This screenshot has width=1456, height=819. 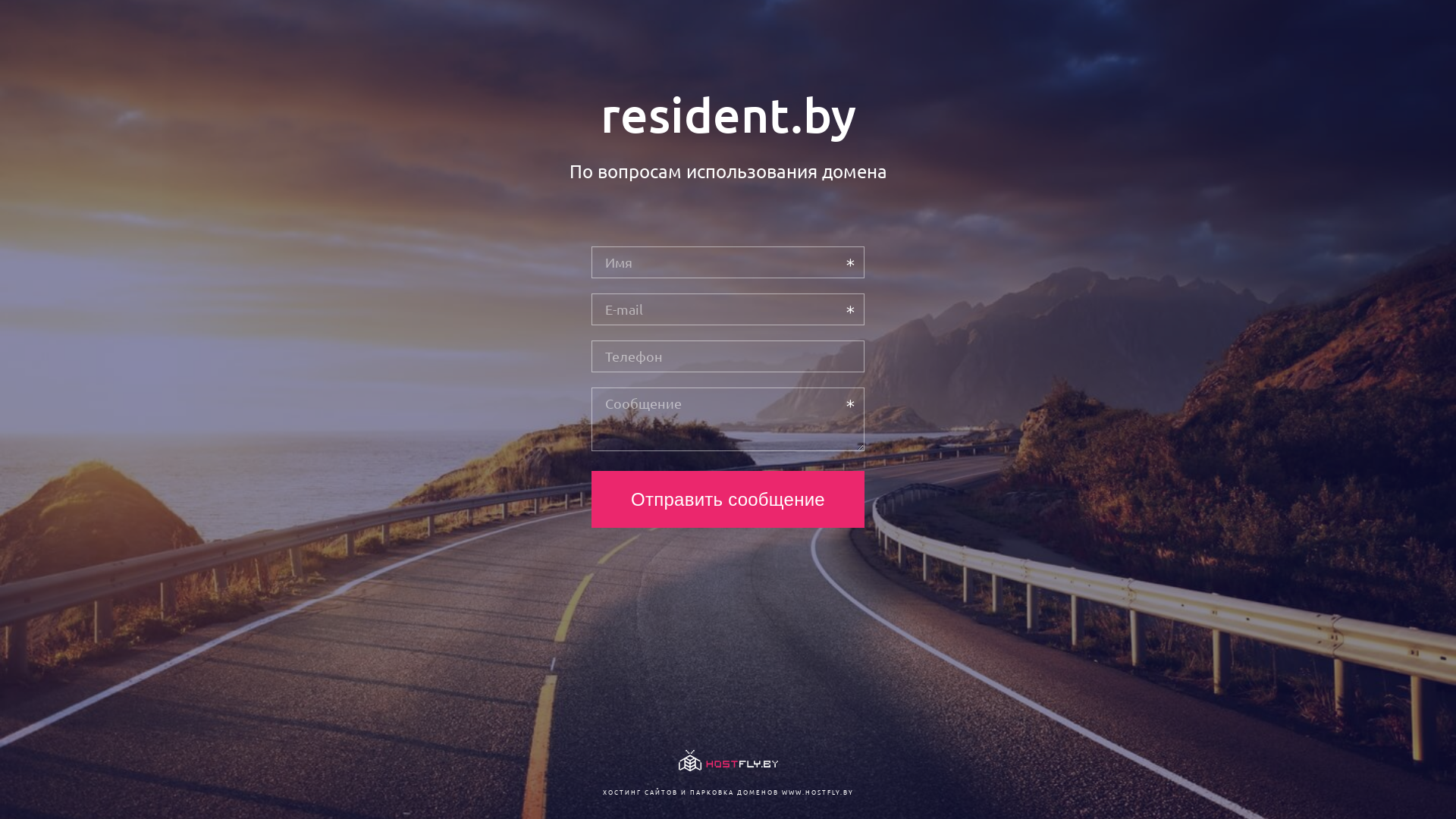 I want to click on 'WWW.HOSTFLY.BY', so click(x=781, y=791).